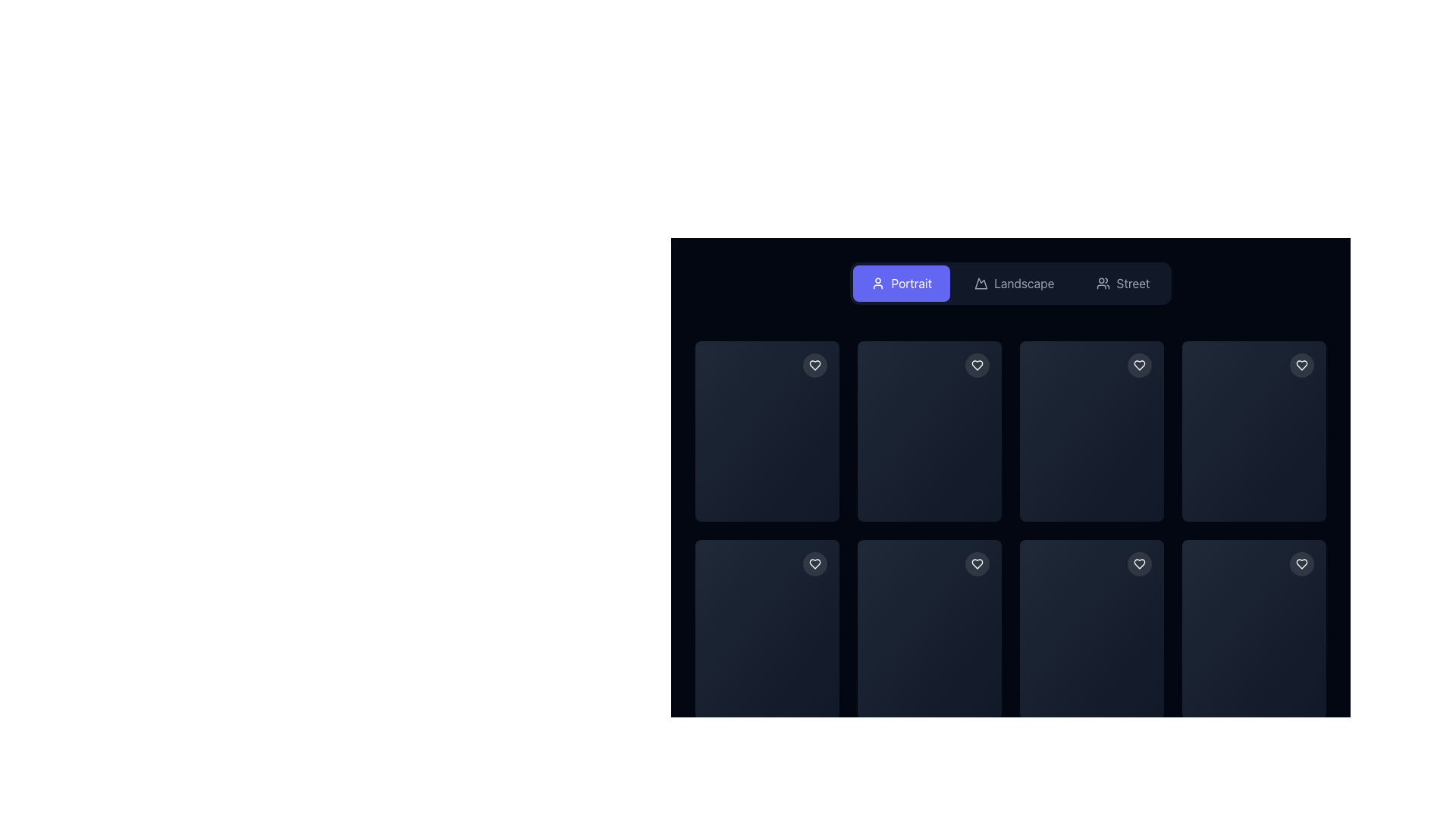  Describe the element at coordinates (1139, 366) in the screenshot. I see `the heart icon in the second row and third column of the grid to like the item` at that location.